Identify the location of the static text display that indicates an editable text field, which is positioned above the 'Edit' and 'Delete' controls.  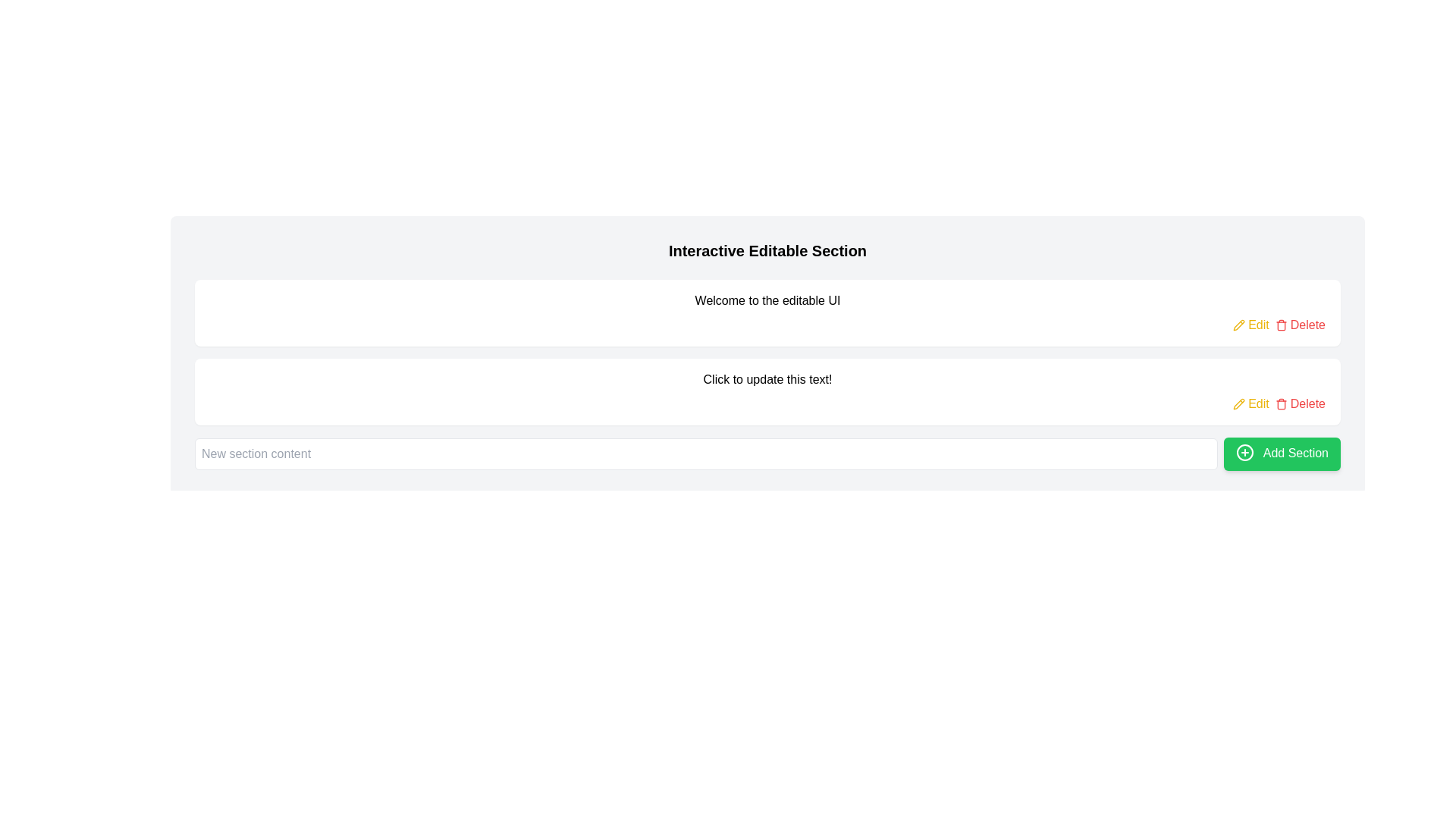
(767, 379).